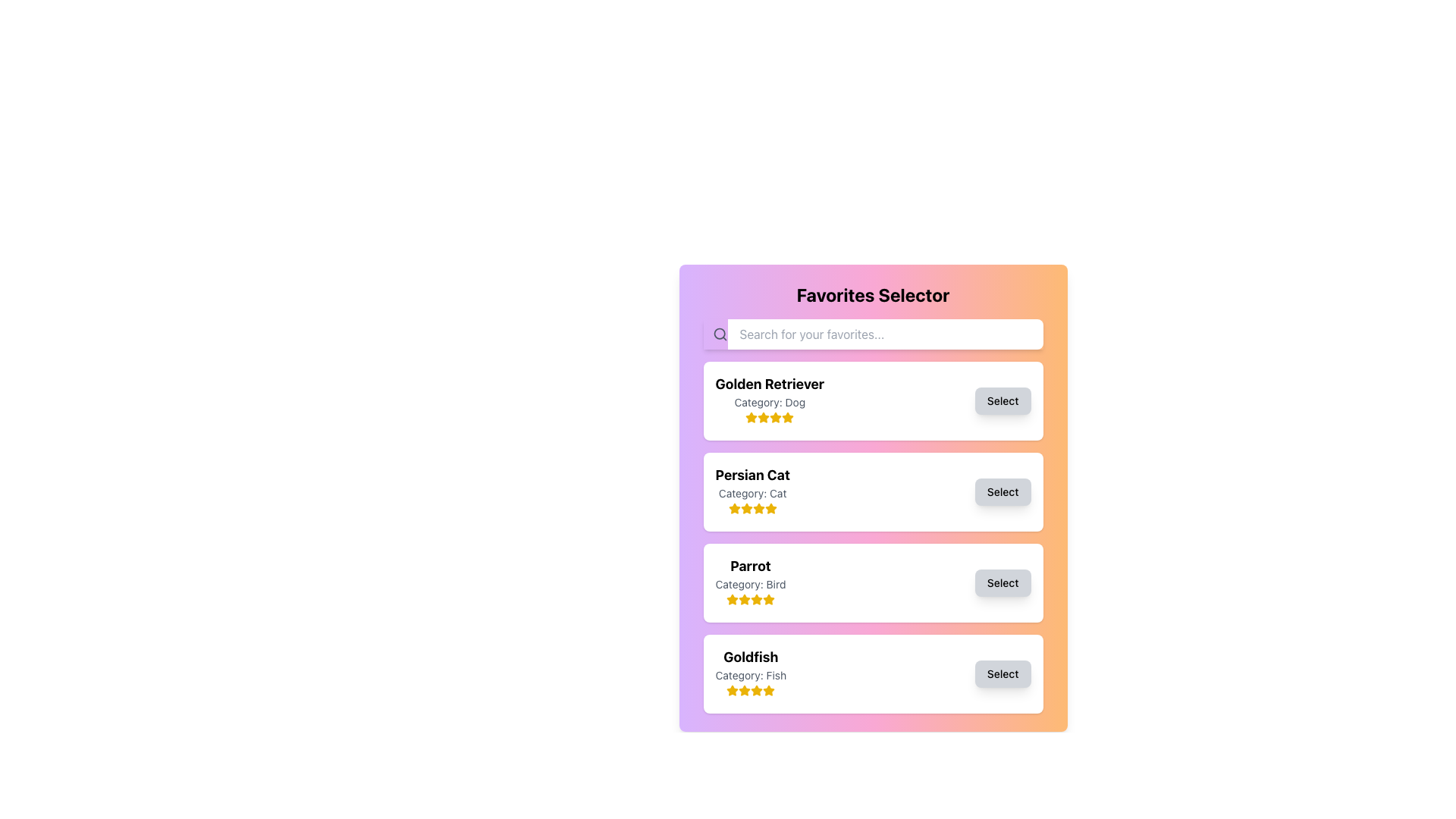 The image size is (1456, 819). Describe the element at coordinates (770, 418) in the screenshot. I see `the fourth star icon in the visual rating indicator for the 'Golden Retriever' entry, which is located below the text 'Category: Dog'` at that location.